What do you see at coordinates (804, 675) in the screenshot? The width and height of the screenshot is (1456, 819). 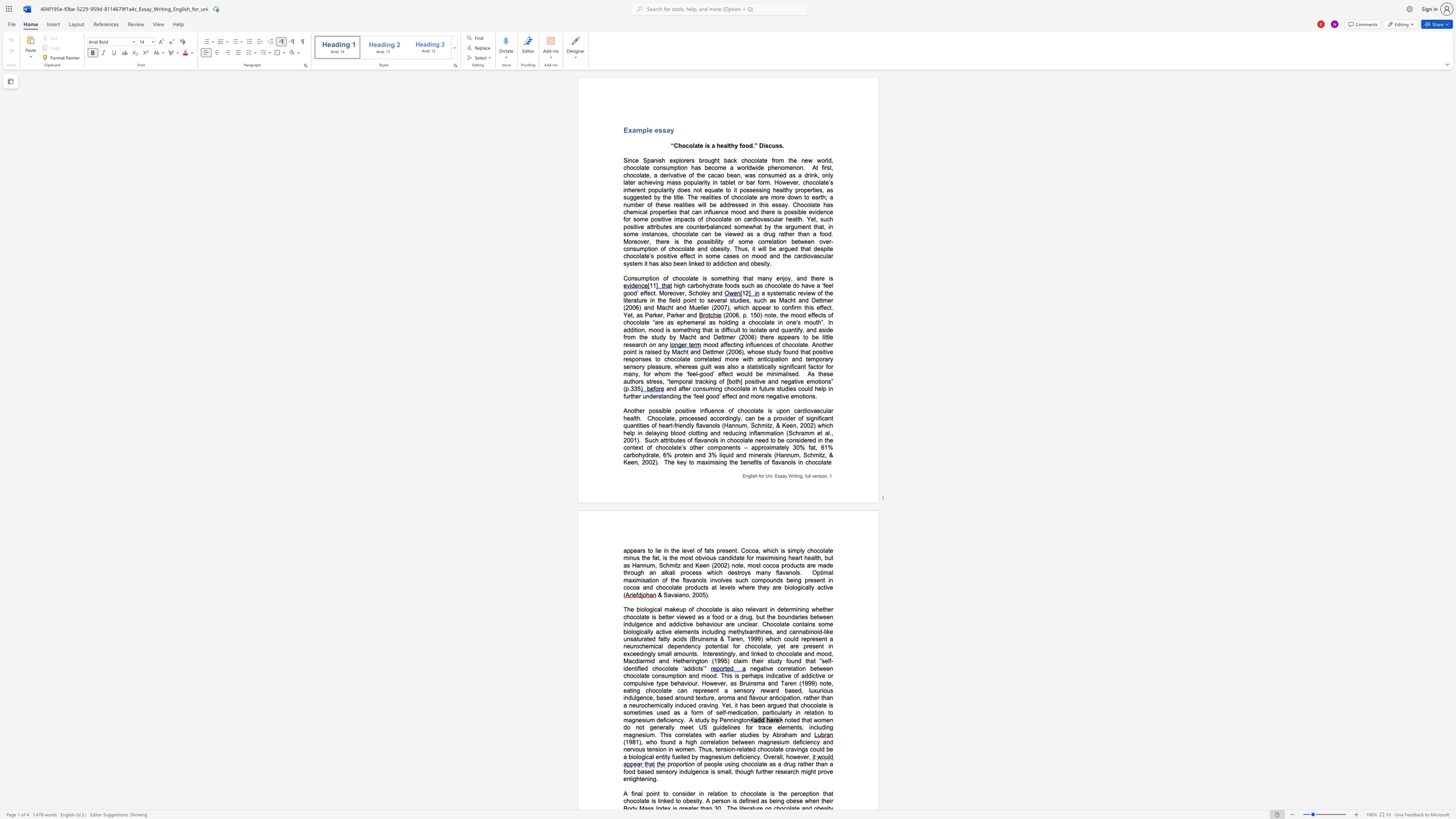 I see `the subset text "ddictive or comp" within the text "of addictive or compulsive type behaviour. However, as Bruinsma and Taren (1999) note, eating chocolate can"` at bounding box center [804, 675].